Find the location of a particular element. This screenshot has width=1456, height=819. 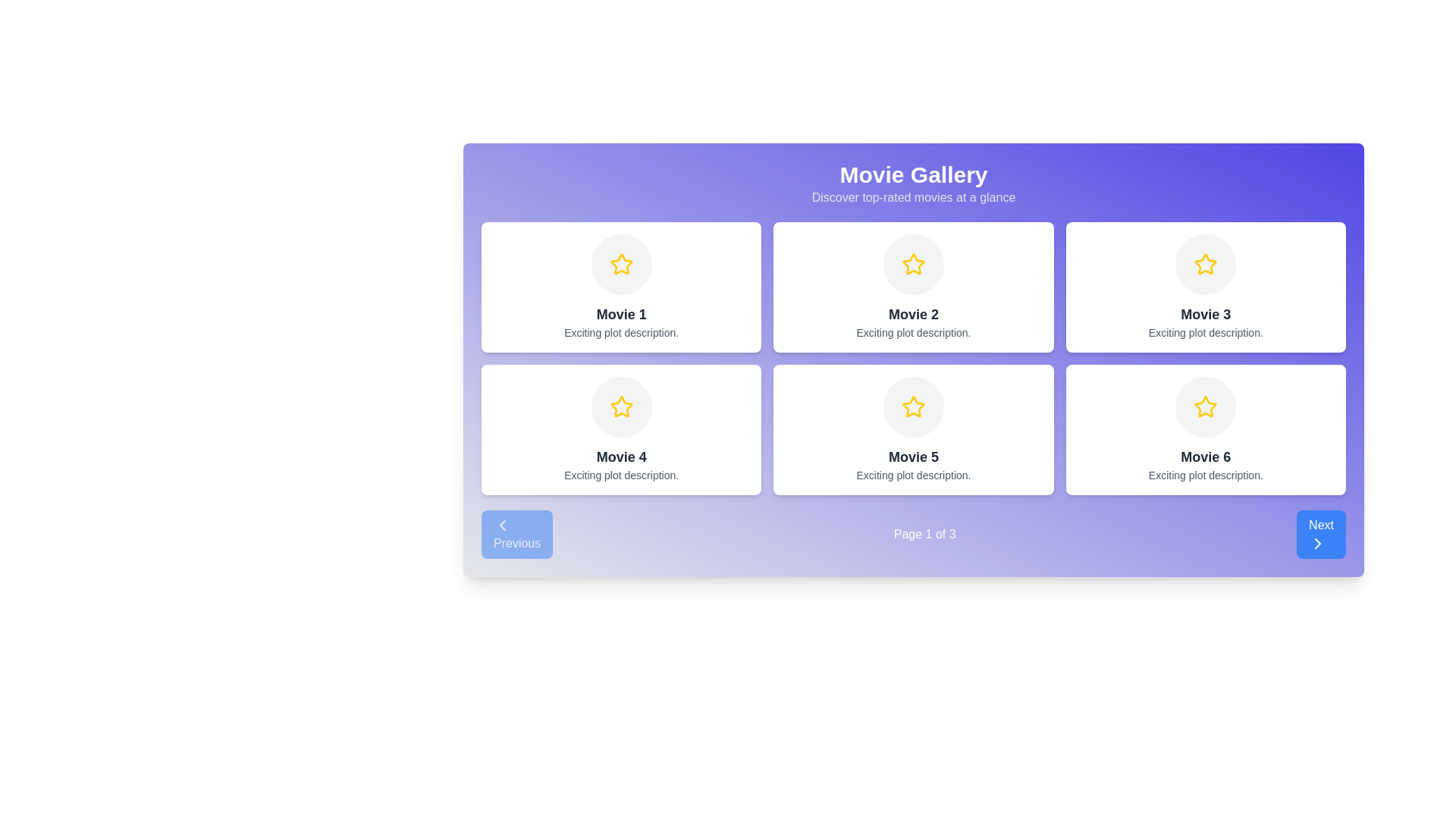

the yellow star icon located in the third card of the top row in the movie grid for more information is located at coordinates (1205, 263).